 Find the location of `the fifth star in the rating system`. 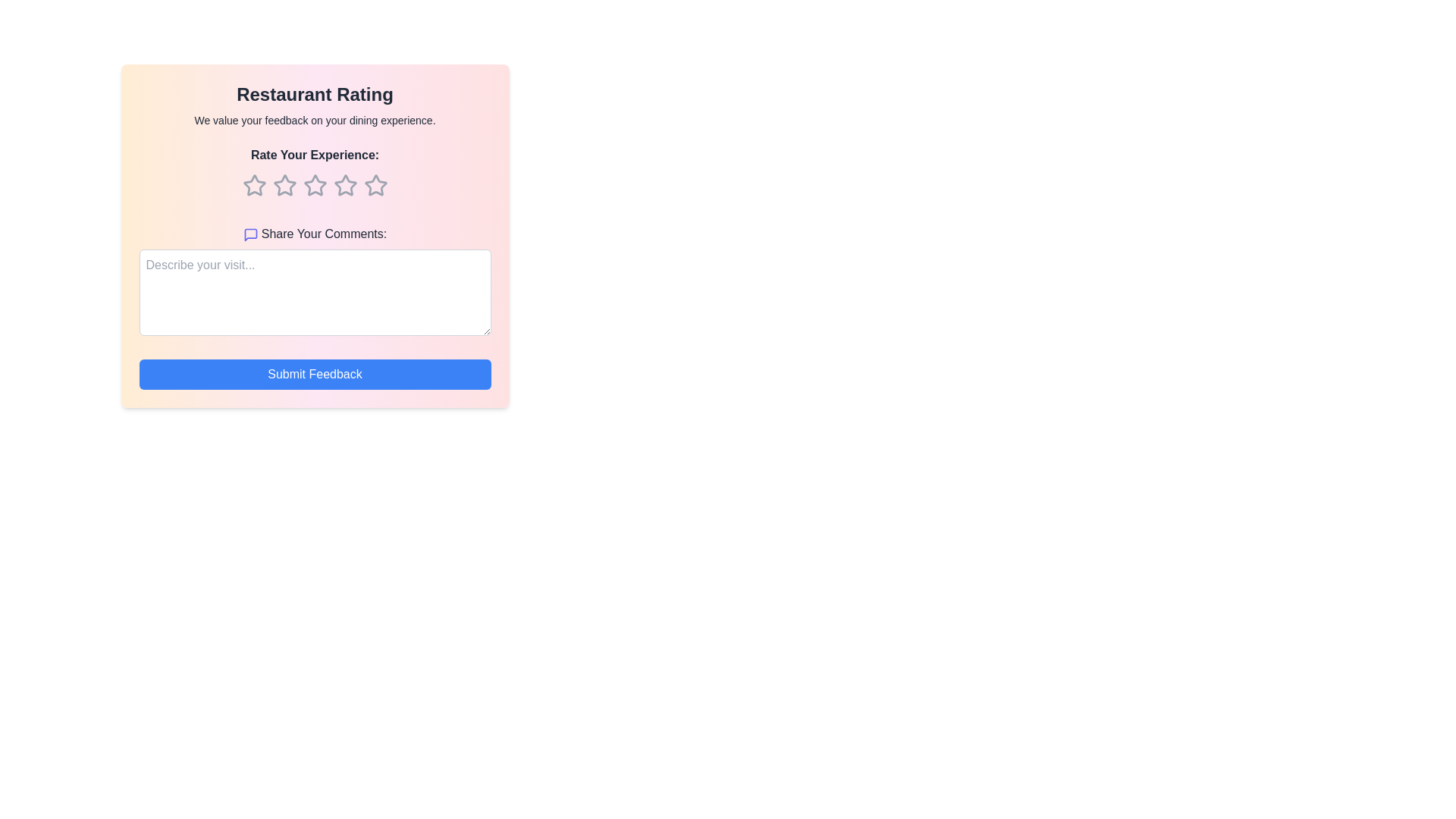

the fifth star in the rating system is located at coordinates (375, 185).